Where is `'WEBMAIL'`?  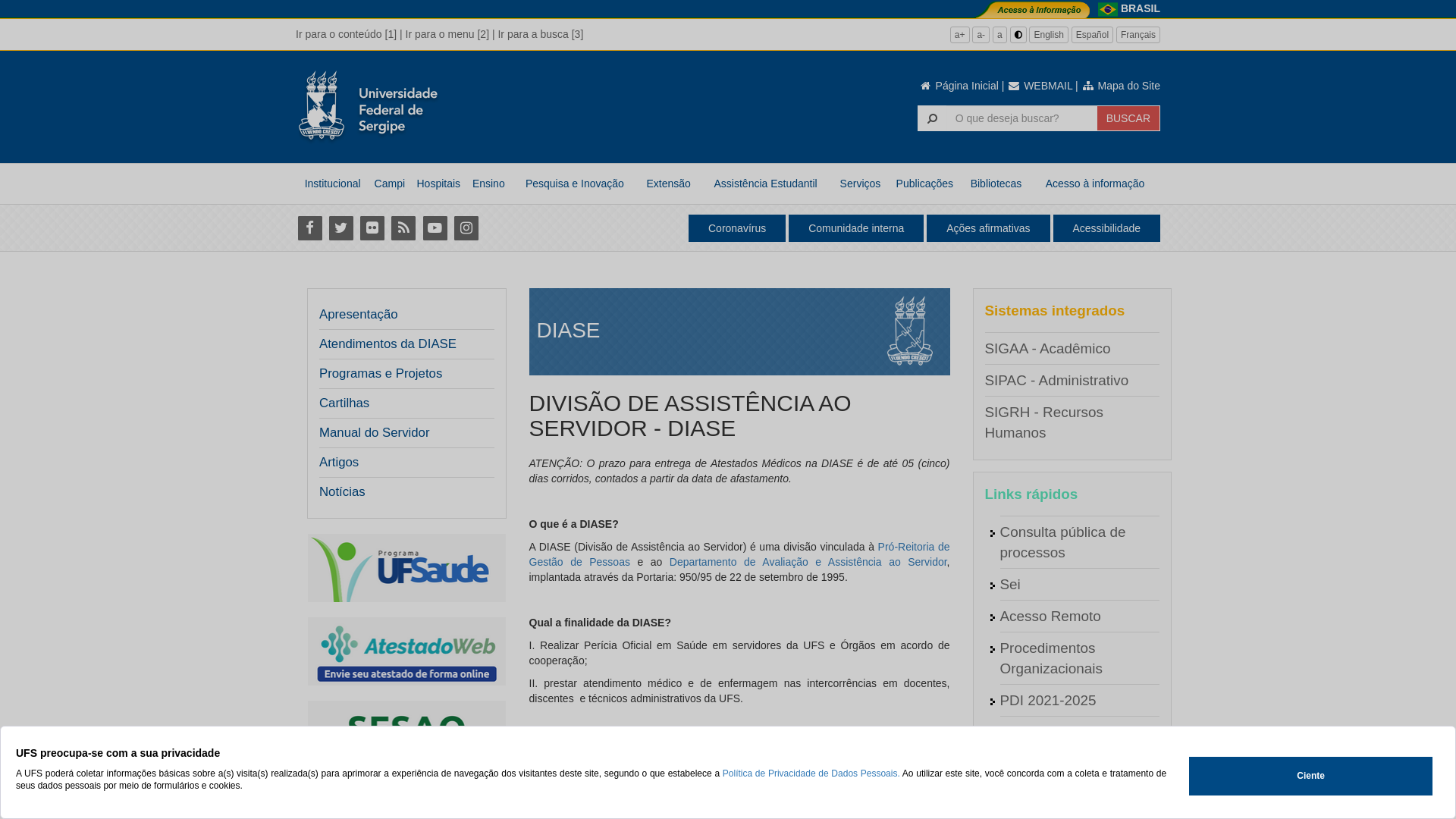
'WEBMAIL' is located at coordinates (1039, 85).